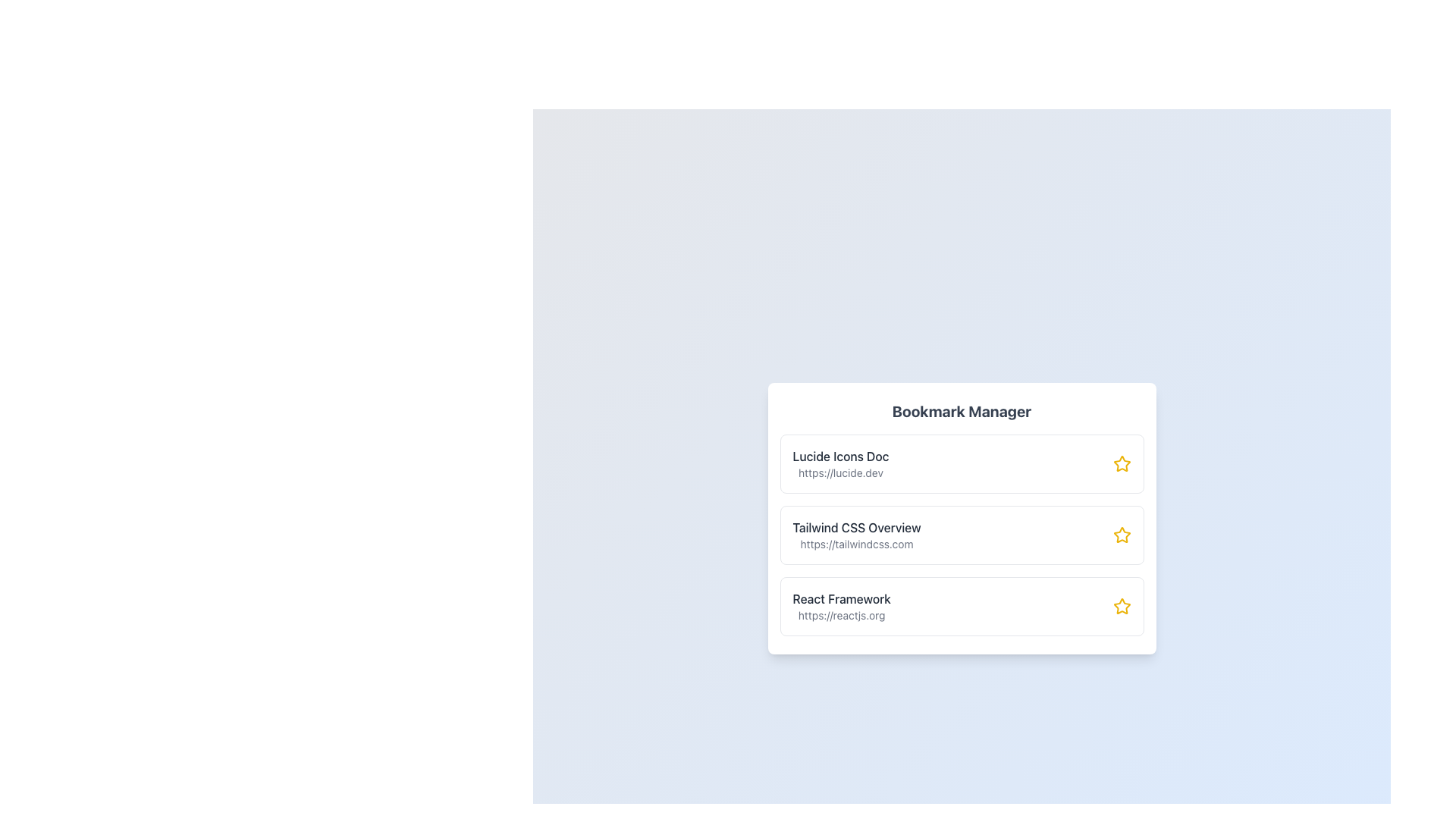 The height and width of the screenshot is (819, 1456). What do you see at coordinates (839, 463) in the screenshot?
I see `the Textual Bookmark Entry labeled 'Lucide Icons Doc'` at bounding box center [839, 463].